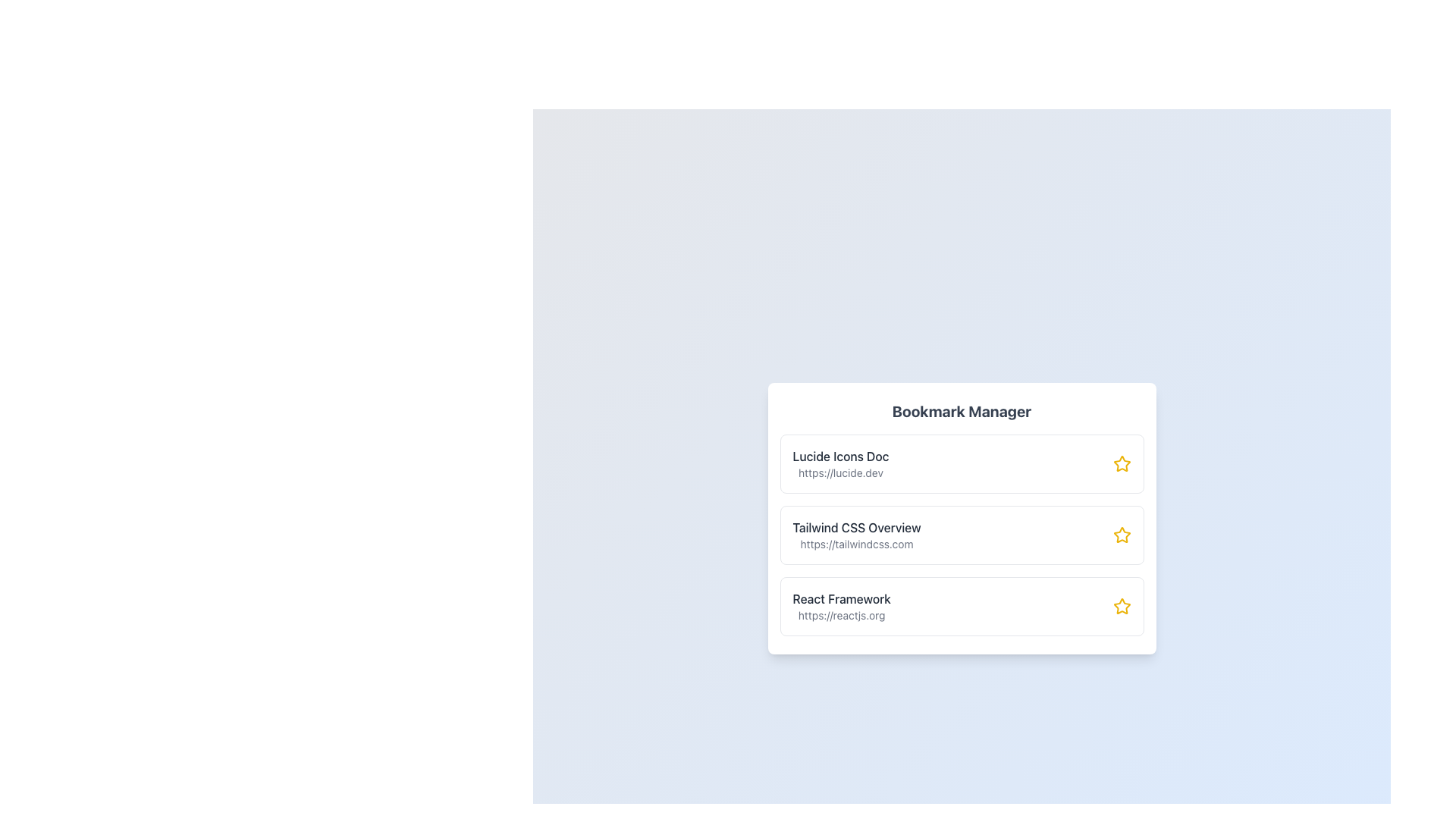 The height and width of the screenshot is (819, 1456). What do you see at coordinates (839, 463) in the screenshot?
I see `the Textual Bookmark Entry labeled 'Lucide Icons Doc'` at bounding box center [839, 463].